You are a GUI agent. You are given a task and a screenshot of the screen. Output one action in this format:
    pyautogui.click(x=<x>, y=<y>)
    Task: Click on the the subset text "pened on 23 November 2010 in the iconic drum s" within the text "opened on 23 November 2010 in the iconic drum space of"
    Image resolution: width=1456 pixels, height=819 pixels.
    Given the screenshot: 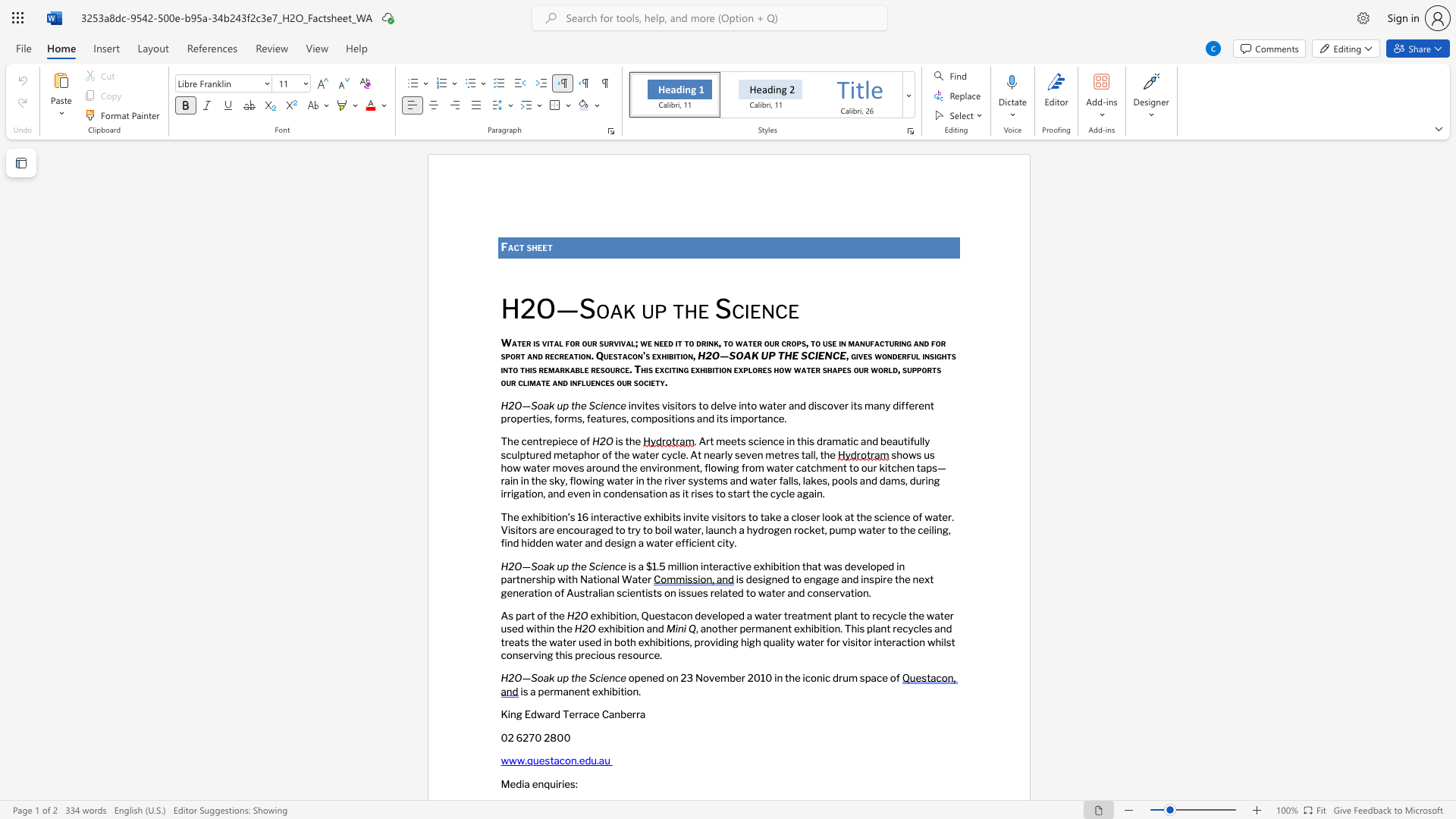 What is the action you would take?
    pyautogui.click(x=634, y=677)
    